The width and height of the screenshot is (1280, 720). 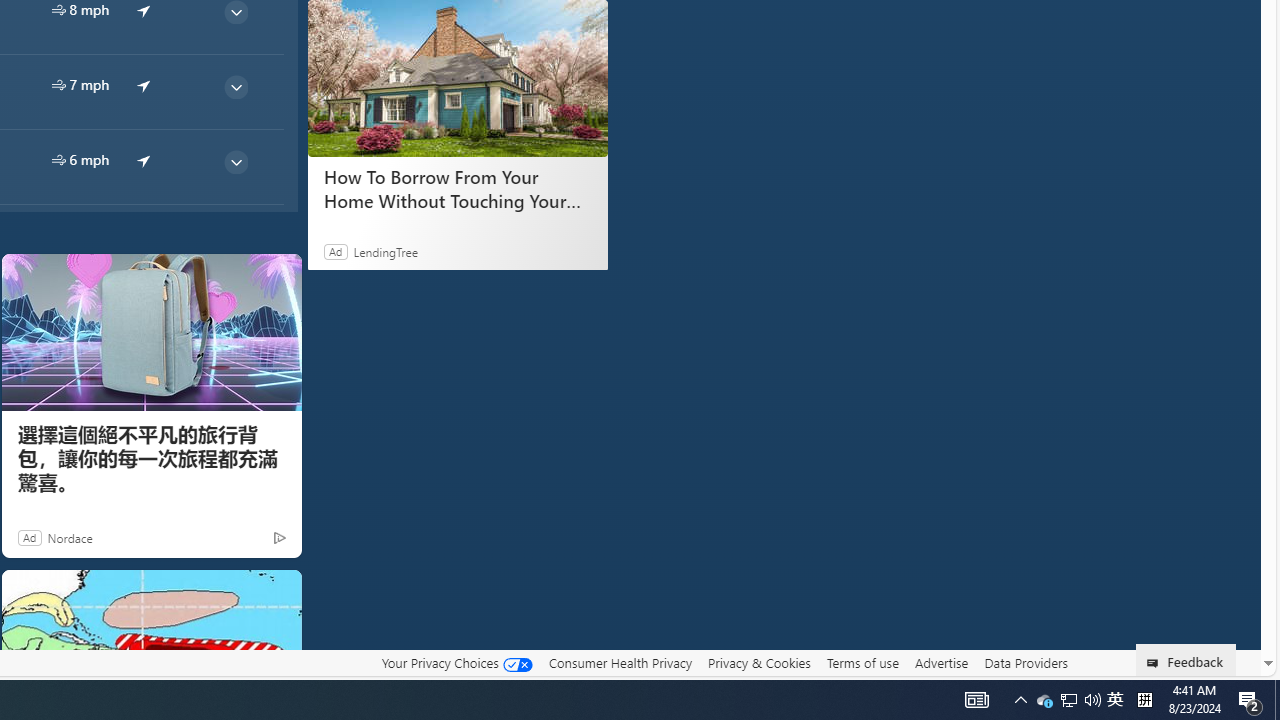 What do you see at coordinates (1025, 662) in the screenshot?
I see `'Data Providers'` at bounding box center [1025, 662].